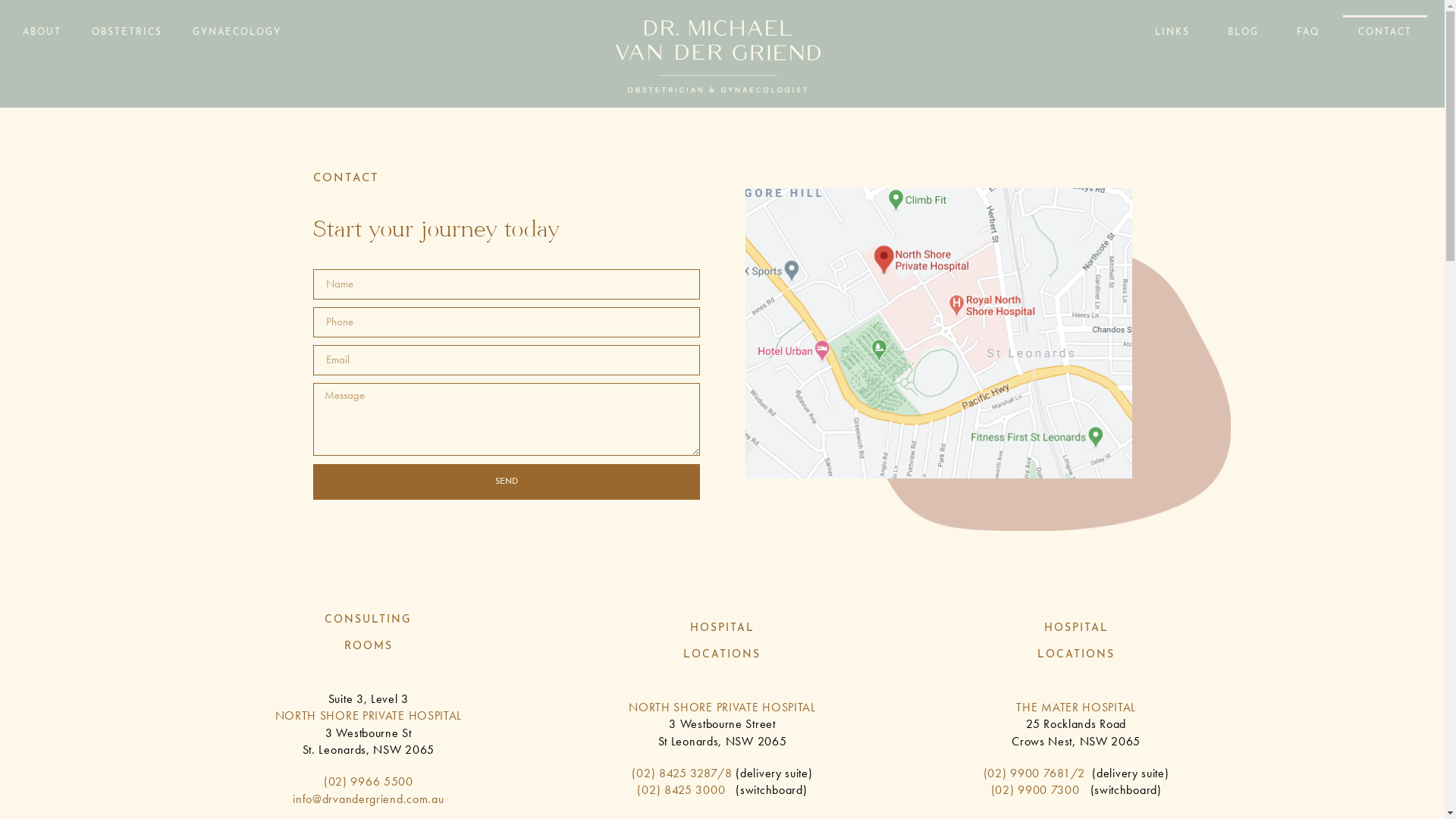  Describe the element at coordinates (1040, 789) in the screenshot. I see `'(02) 9900 7300   '` at that location.